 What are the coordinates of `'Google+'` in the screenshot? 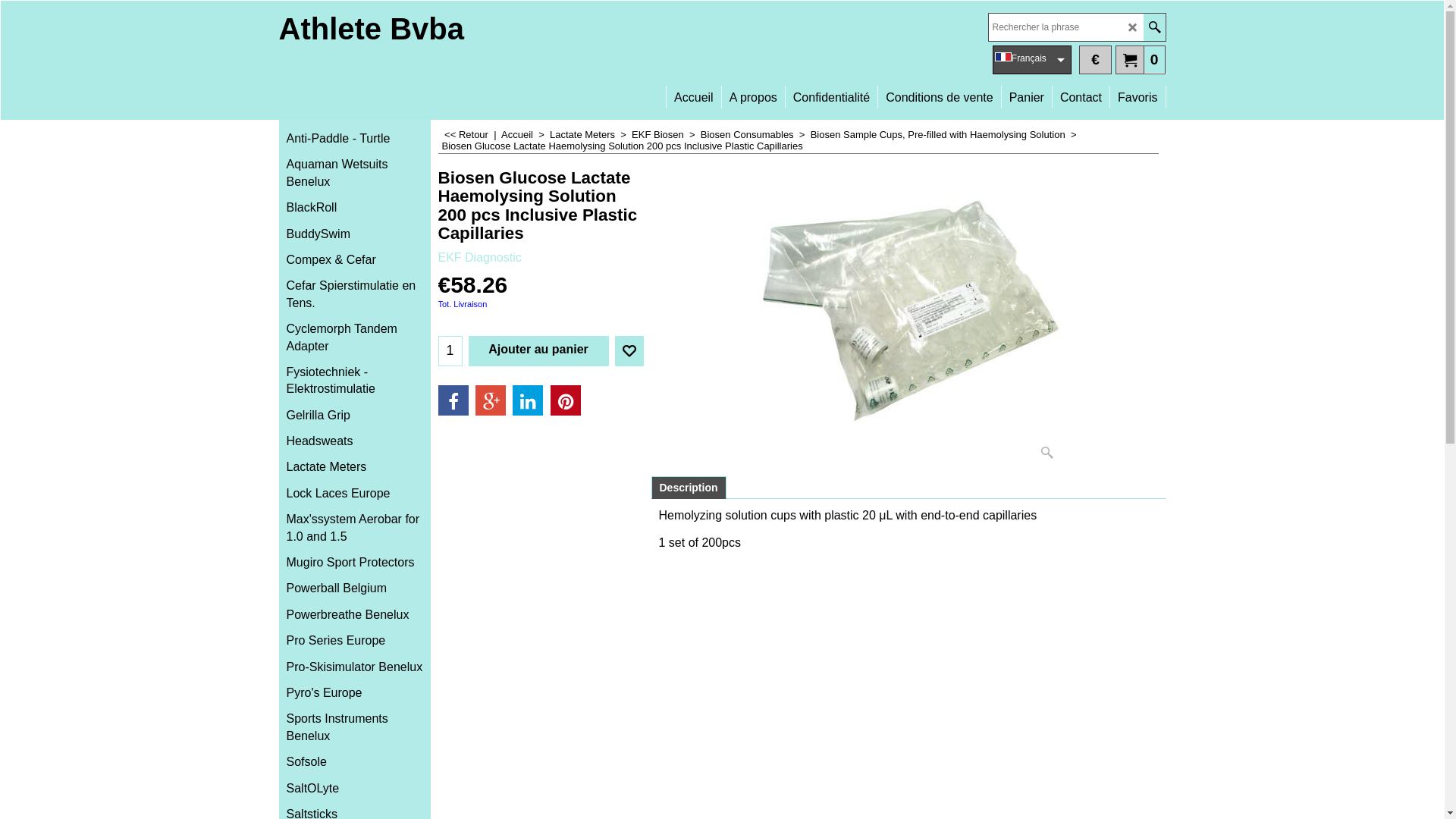 It's located at (491, 400).